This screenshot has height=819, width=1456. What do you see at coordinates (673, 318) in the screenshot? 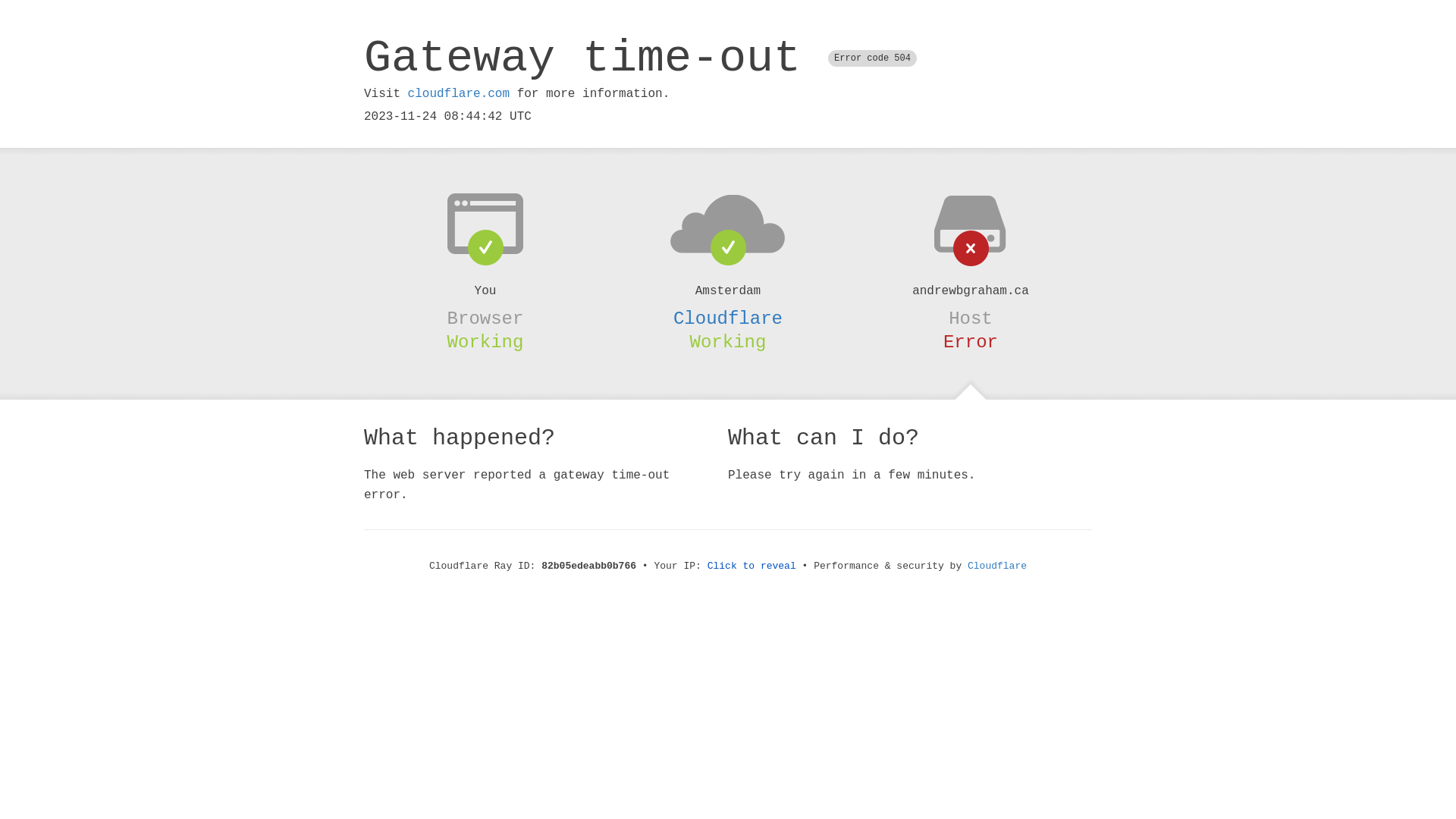
I see `'Cloudflare'` at bounding box center [673, 318].